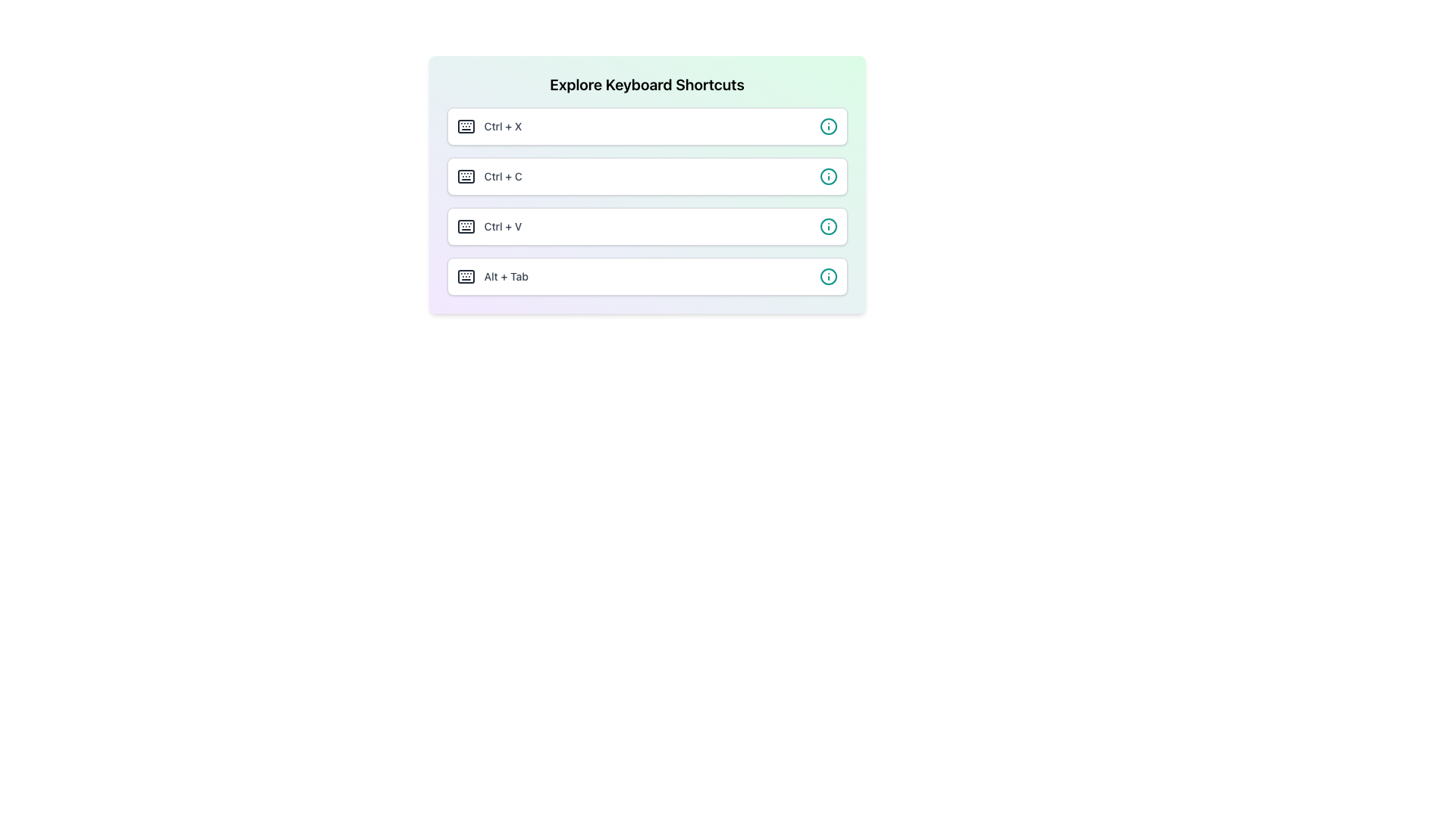 This screenshot has width=1456, height=819. Describe the element at coordinates (827, 125) in the screenshot. I see `the circular greenish icon with an outlined design located at the far right of the 'Ctrl + X' button` at that location.